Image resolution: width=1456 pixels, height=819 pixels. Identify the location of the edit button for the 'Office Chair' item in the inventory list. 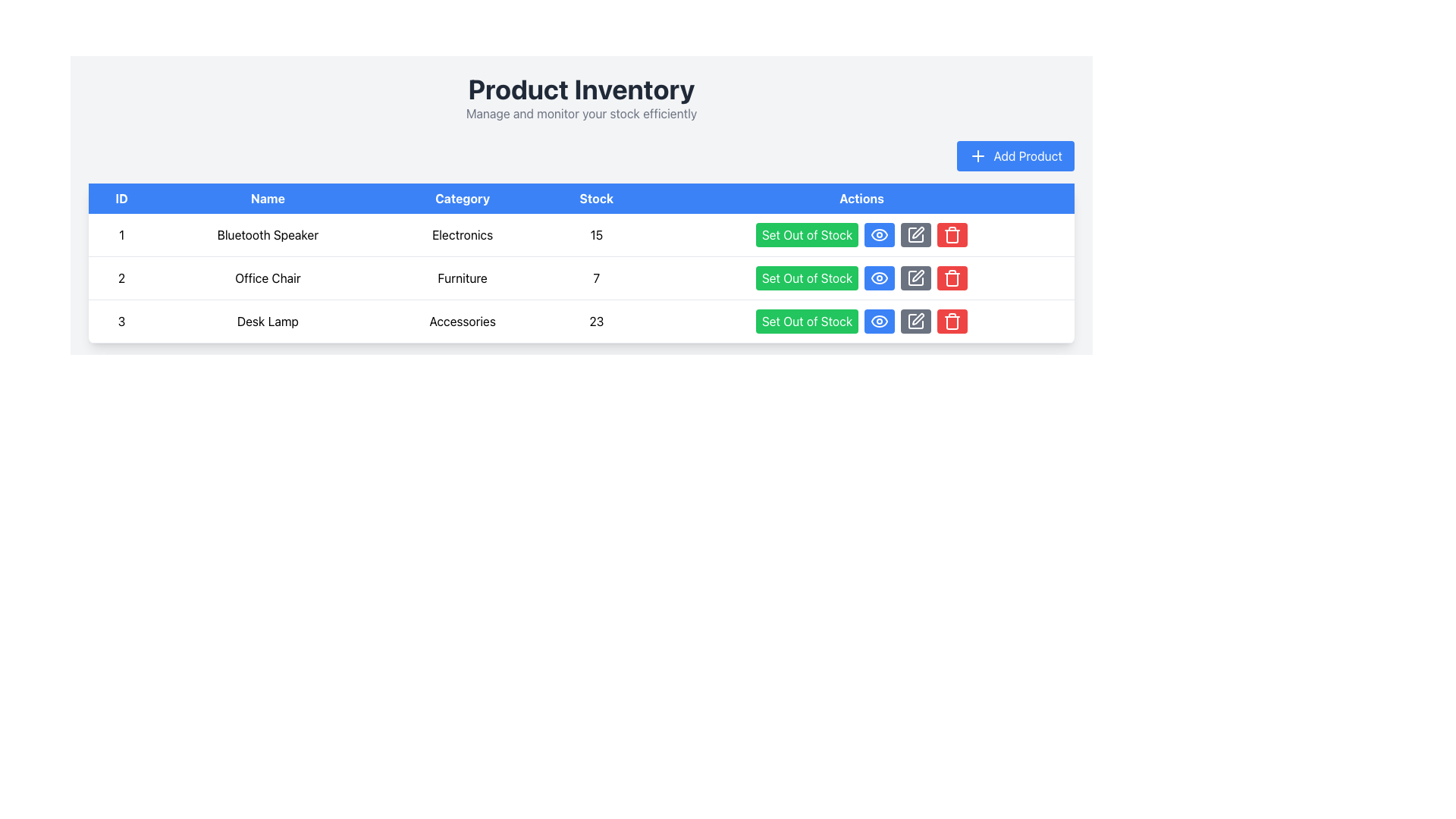
(915, 278).